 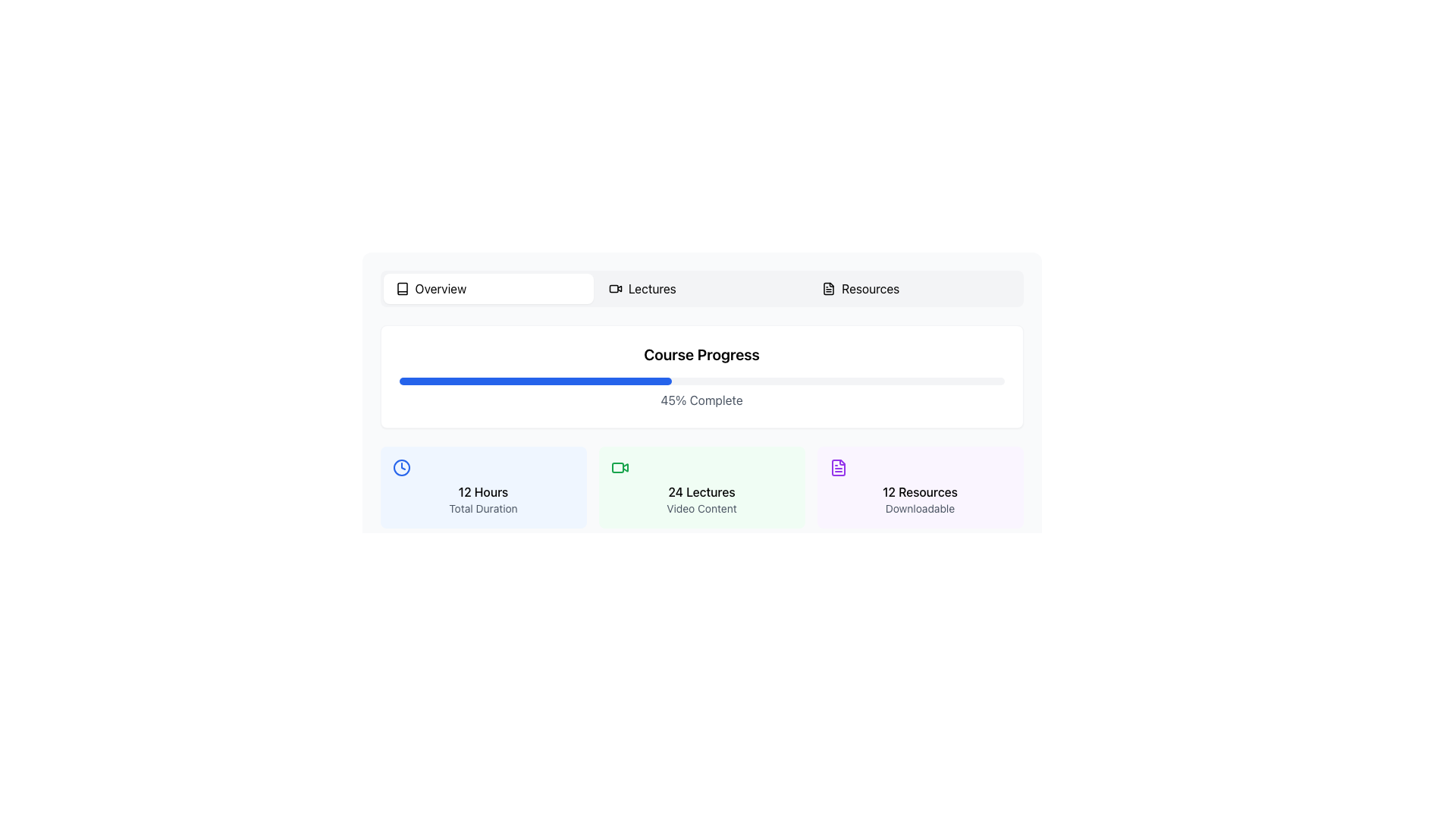 I want to click on the Navigation bar, so click(x=701, y=289).